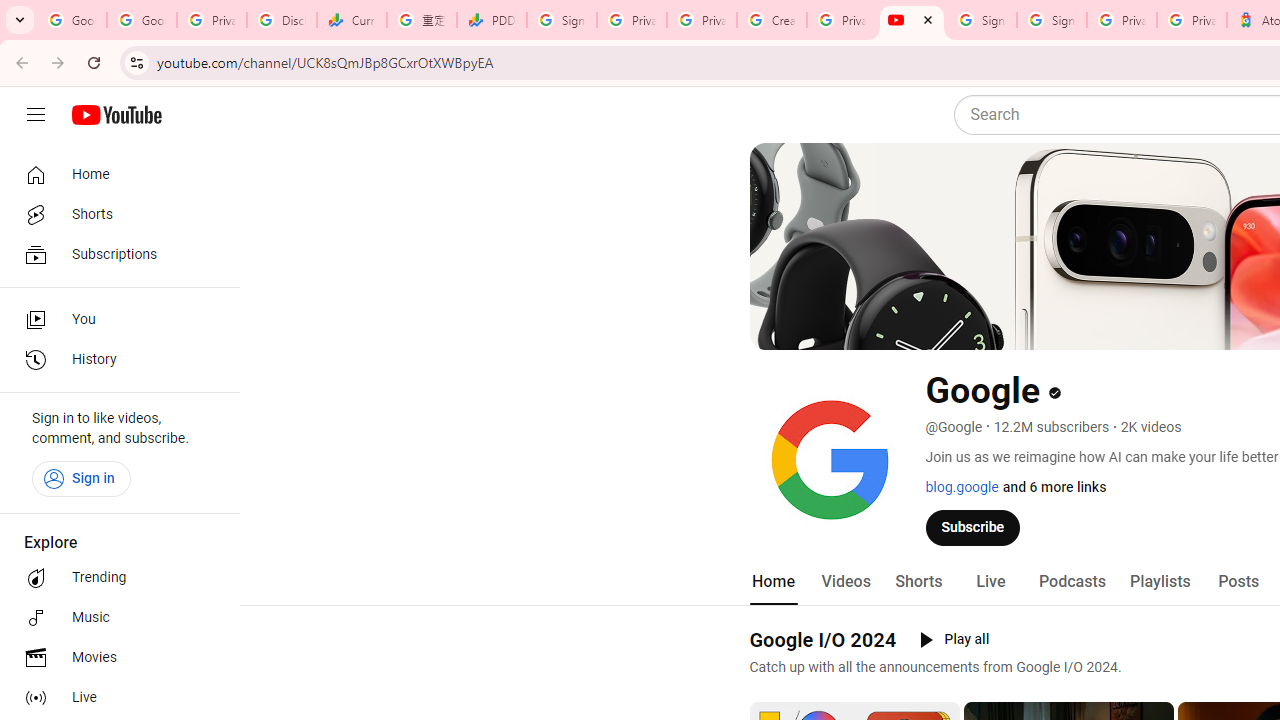 This screenshot has height=720, width=1280. Describe the element at coordinates (112, 658) in the screenshot. I see `'Movies'` at that location.